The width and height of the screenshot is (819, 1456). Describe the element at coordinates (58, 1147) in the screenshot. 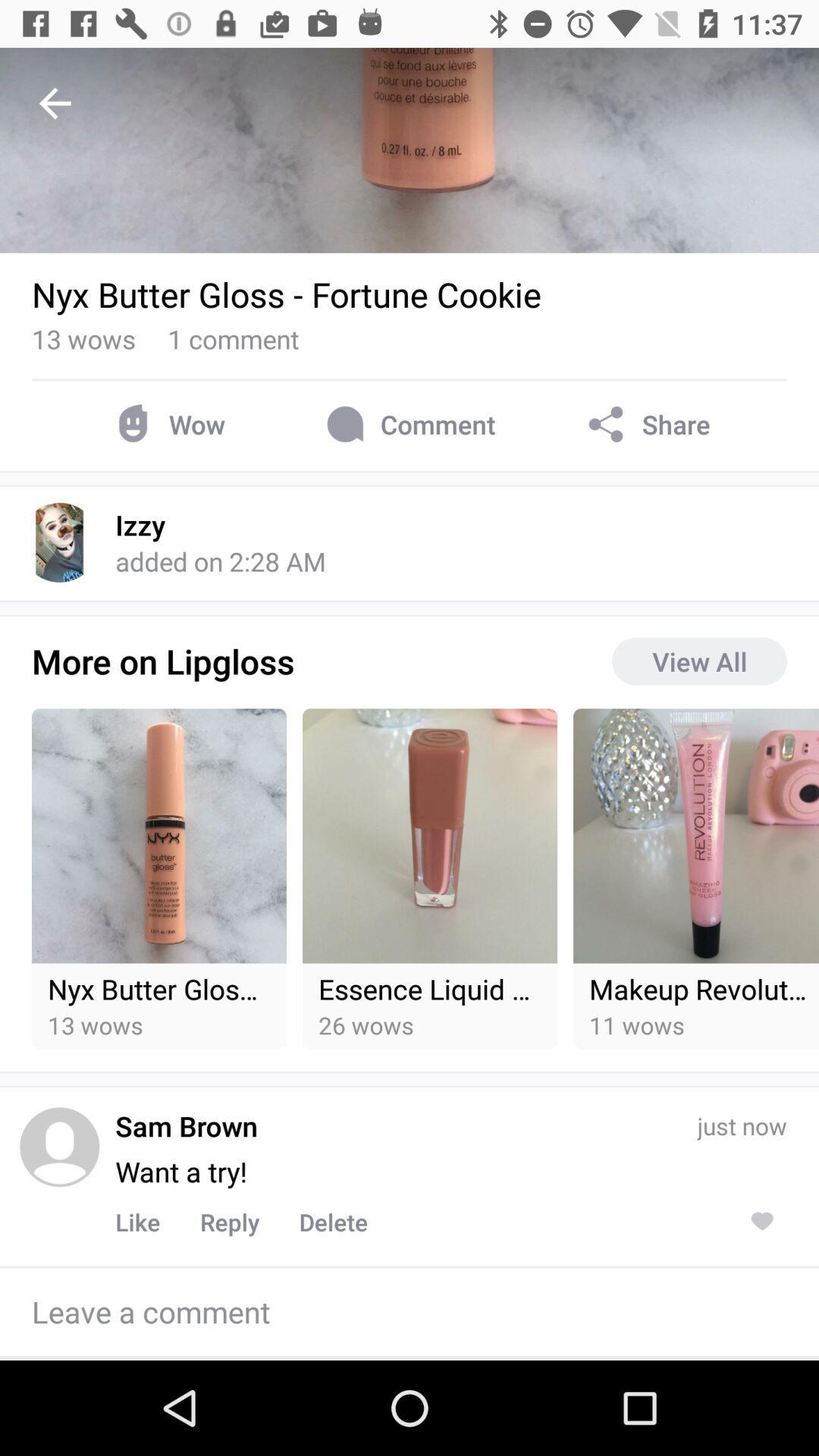

I see `user page` at that location.